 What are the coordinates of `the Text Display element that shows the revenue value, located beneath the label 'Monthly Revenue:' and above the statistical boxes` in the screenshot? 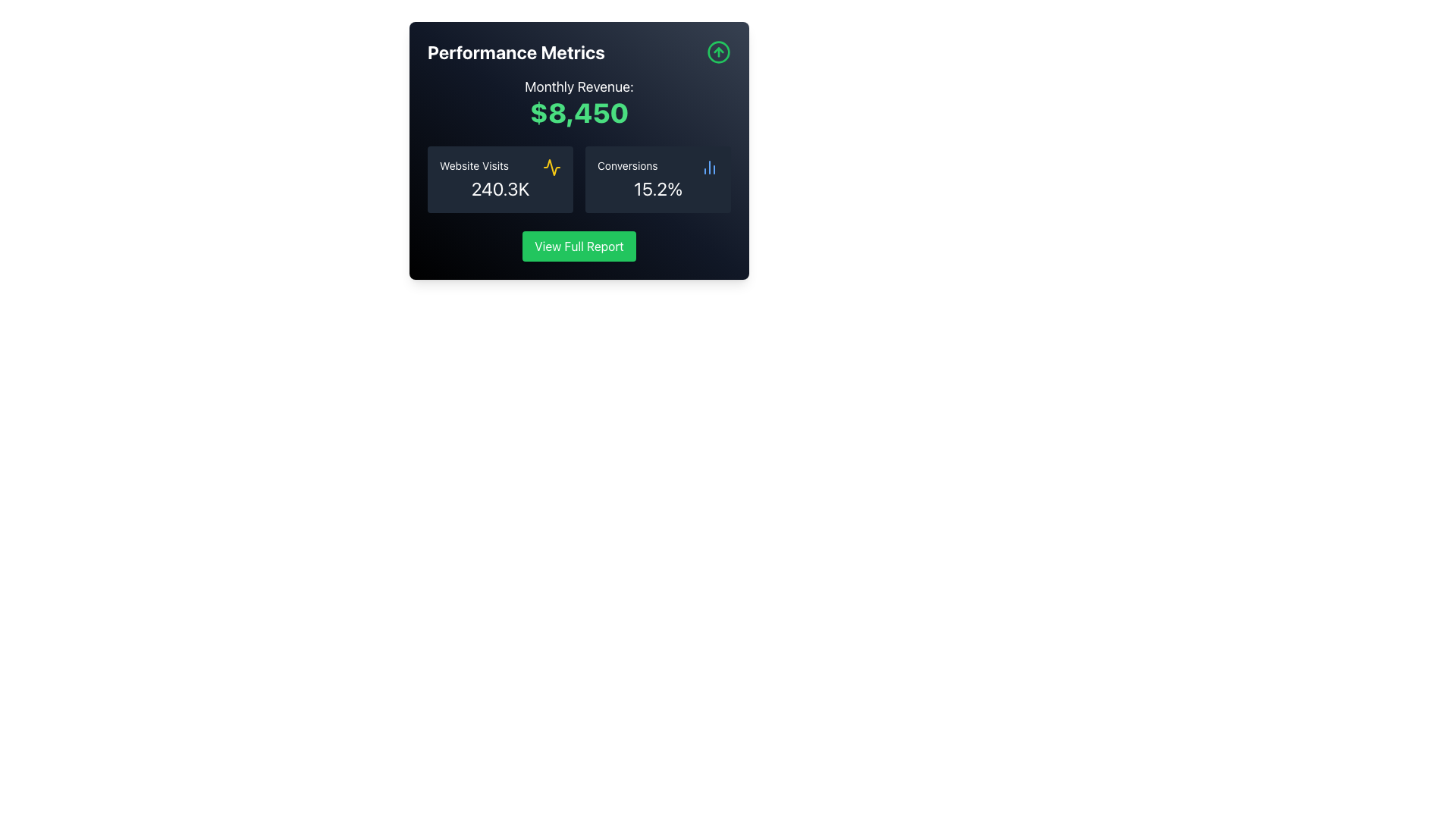 It's located at (578, 112).